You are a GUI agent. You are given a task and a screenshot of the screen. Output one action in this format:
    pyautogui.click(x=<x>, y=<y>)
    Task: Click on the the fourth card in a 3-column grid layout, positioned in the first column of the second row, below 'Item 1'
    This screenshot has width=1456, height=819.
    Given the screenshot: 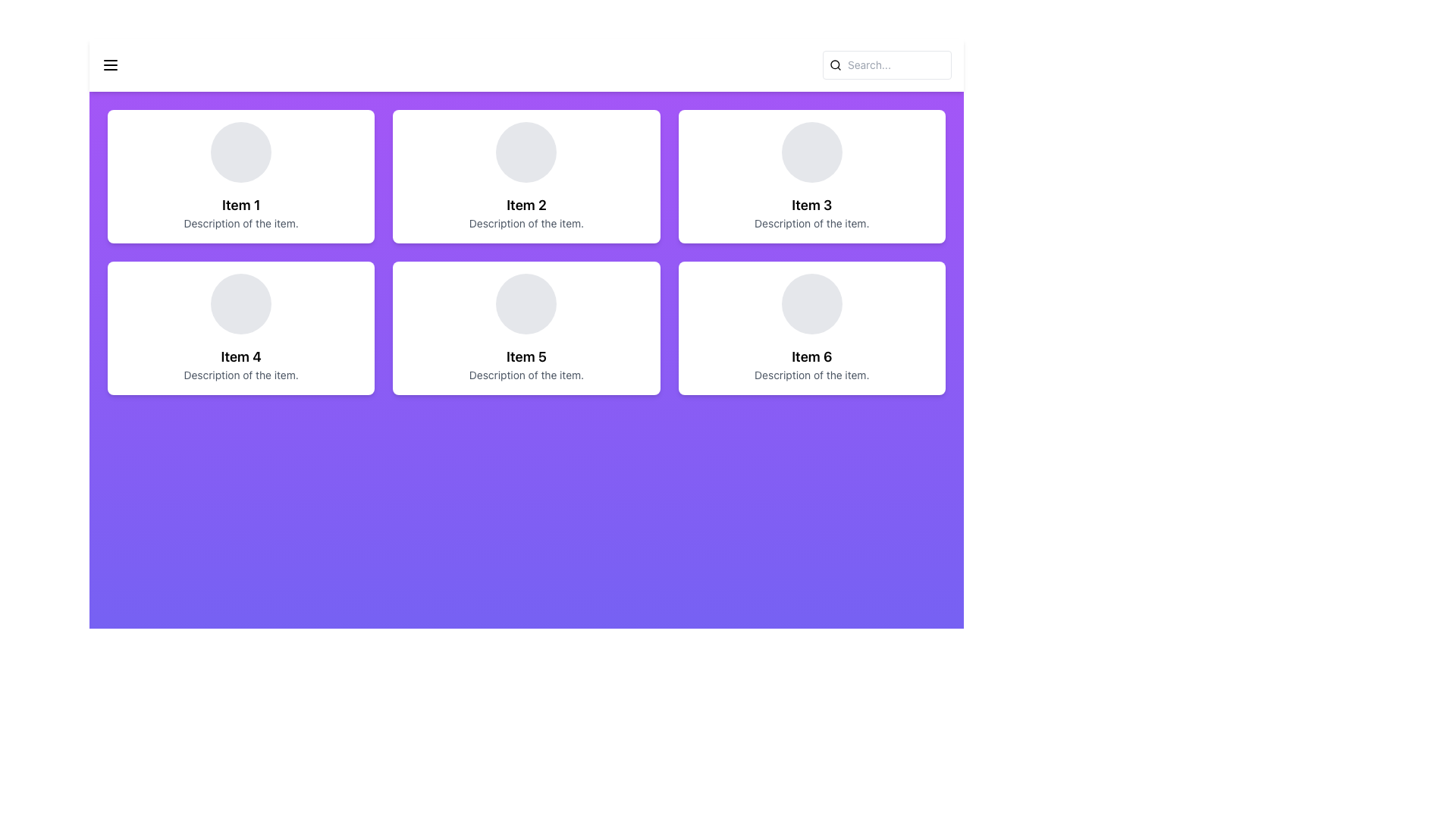 What is the action you would take?
    pyautogui.click(x=240, y=327)
    